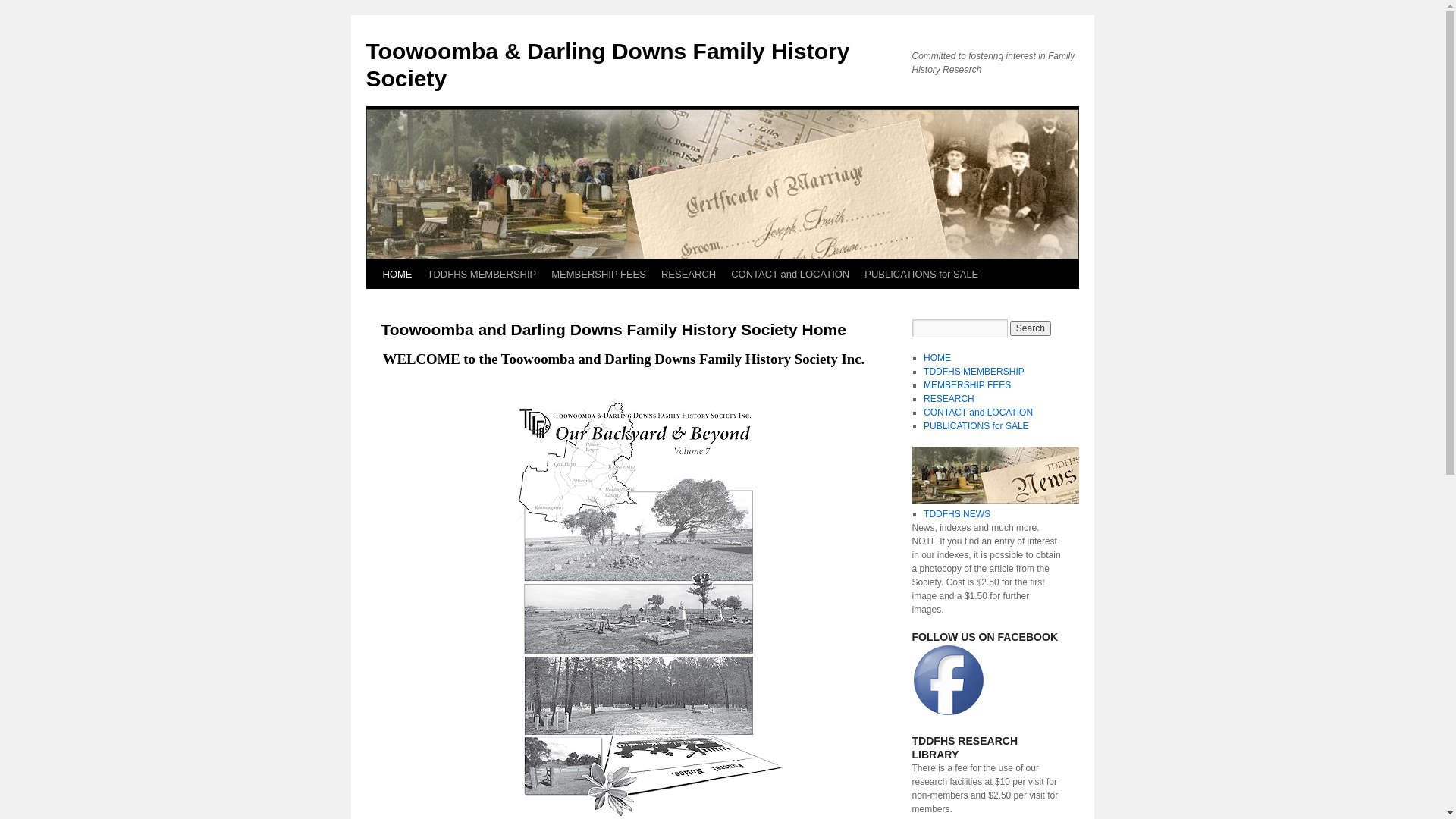 The width and height of the screenshot is (1456, 819). What do you see at coordinates (948, 397) in the screenshot?
I see `'RESEARCH'` at bounding box center [948, 397].